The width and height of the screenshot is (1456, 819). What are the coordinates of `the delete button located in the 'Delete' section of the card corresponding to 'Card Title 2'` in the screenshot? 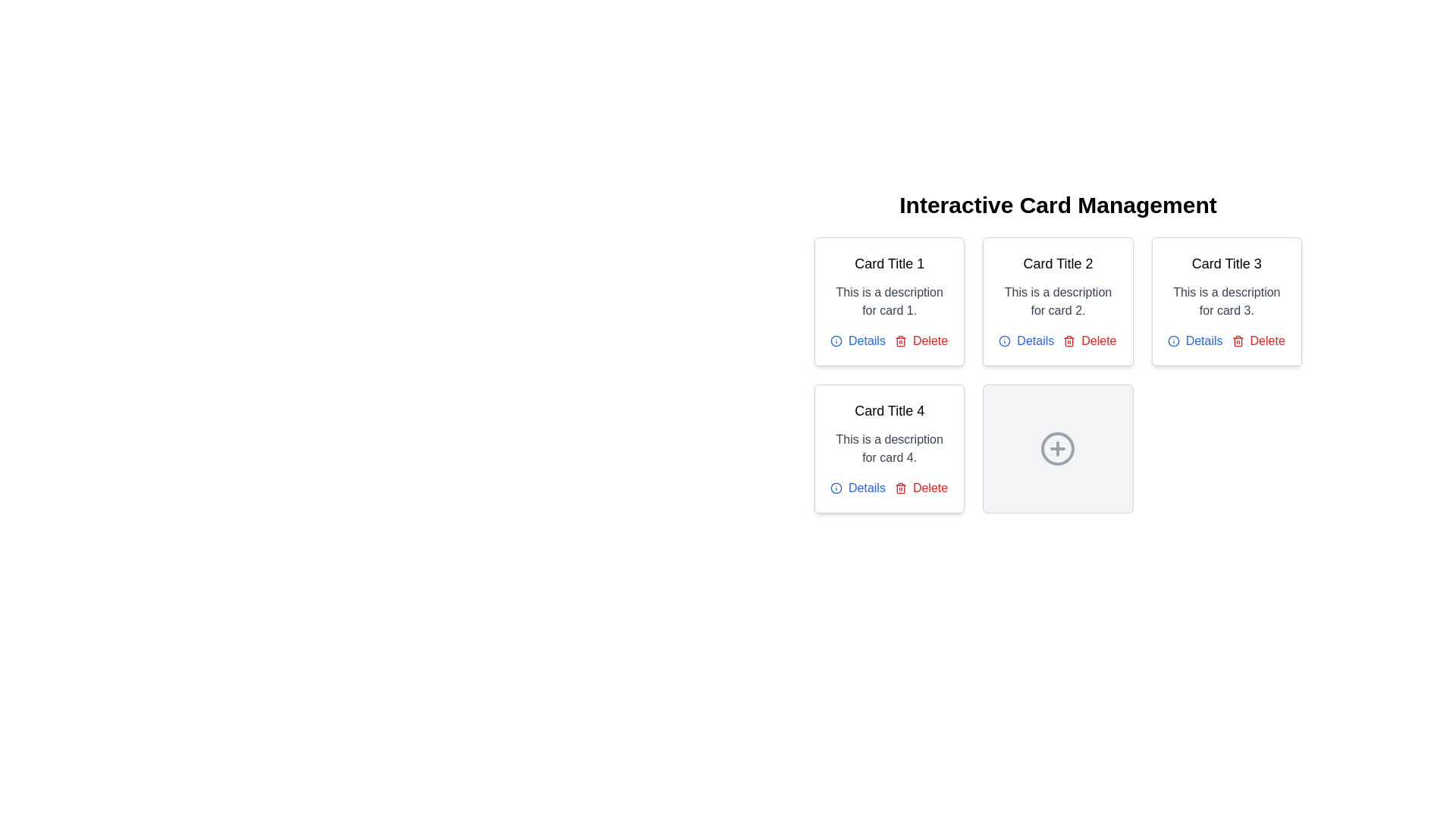 It's located at (1089, 341).